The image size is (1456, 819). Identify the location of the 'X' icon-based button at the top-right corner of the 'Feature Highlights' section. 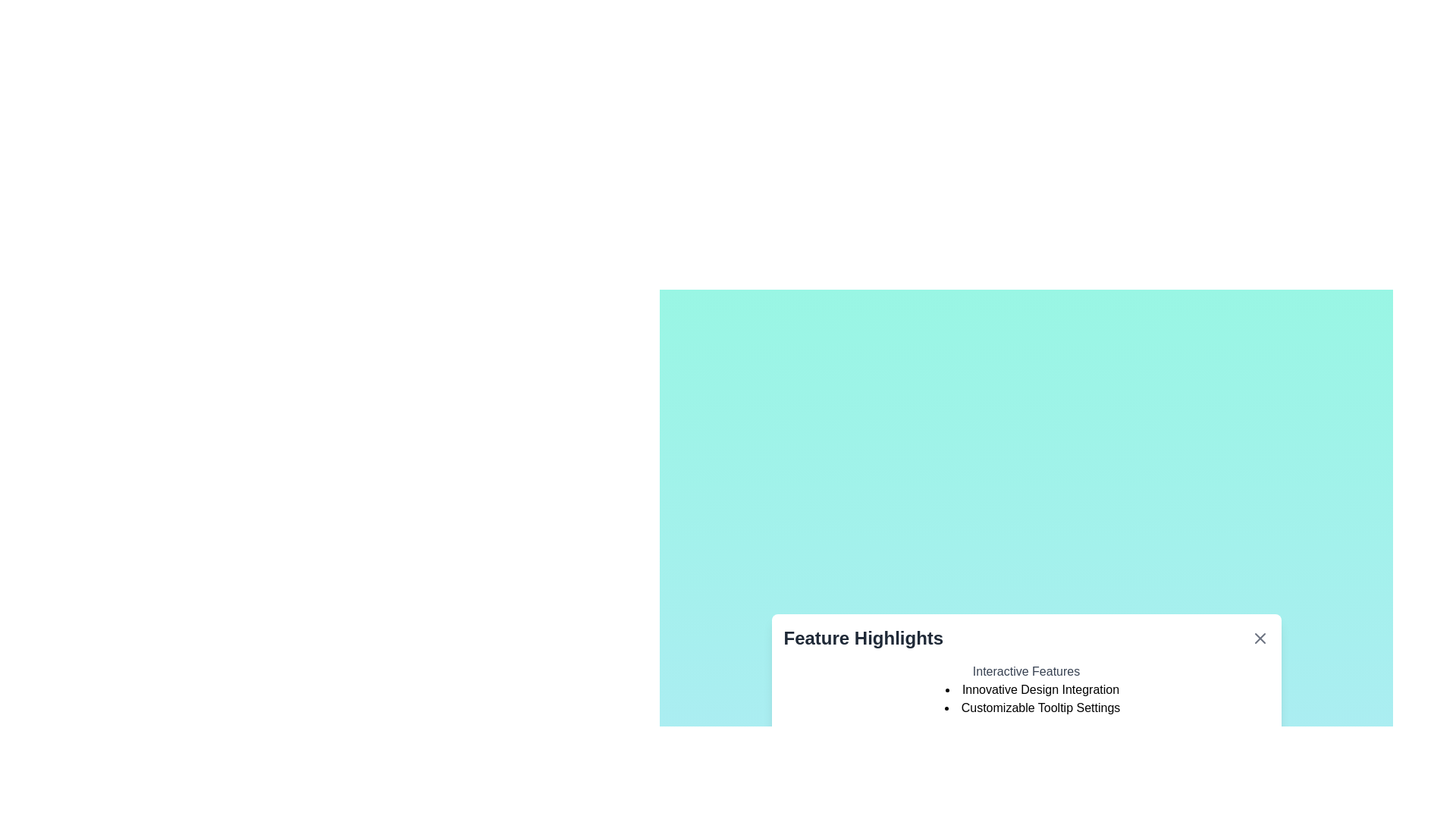
(1260, 638).